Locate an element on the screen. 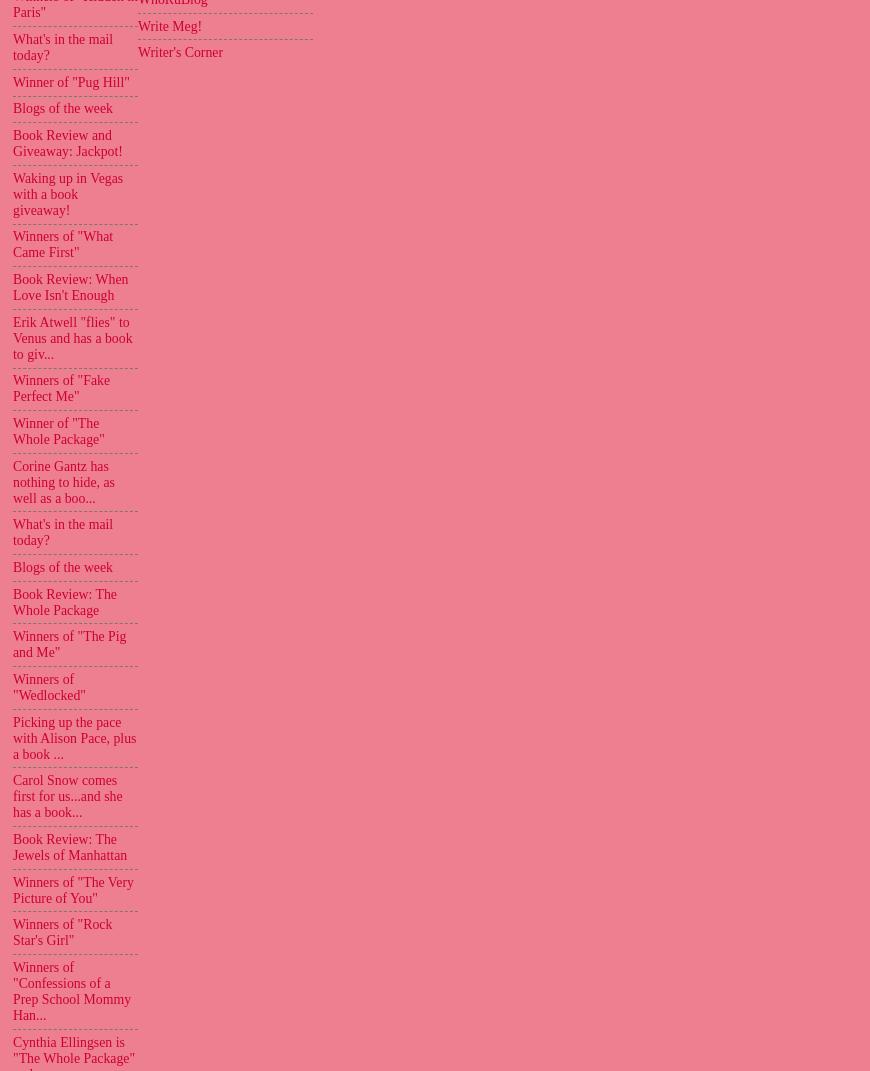  'Winners of "The Pig and Me"' is located at coordinates (11, 643).